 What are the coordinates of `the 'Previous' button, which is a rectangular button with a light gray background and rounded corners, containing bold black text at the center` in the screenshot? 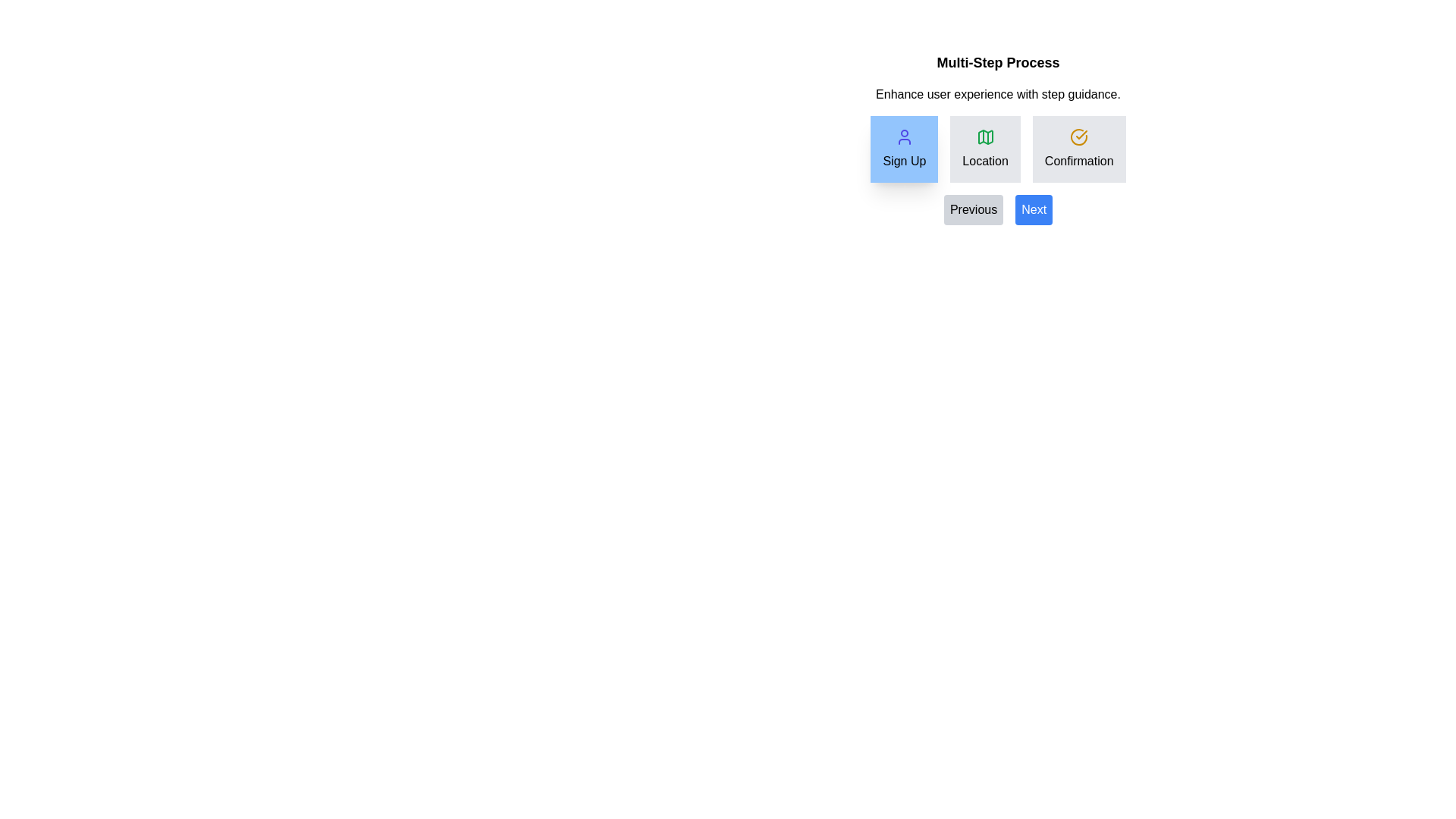 It's located at (974, 210).